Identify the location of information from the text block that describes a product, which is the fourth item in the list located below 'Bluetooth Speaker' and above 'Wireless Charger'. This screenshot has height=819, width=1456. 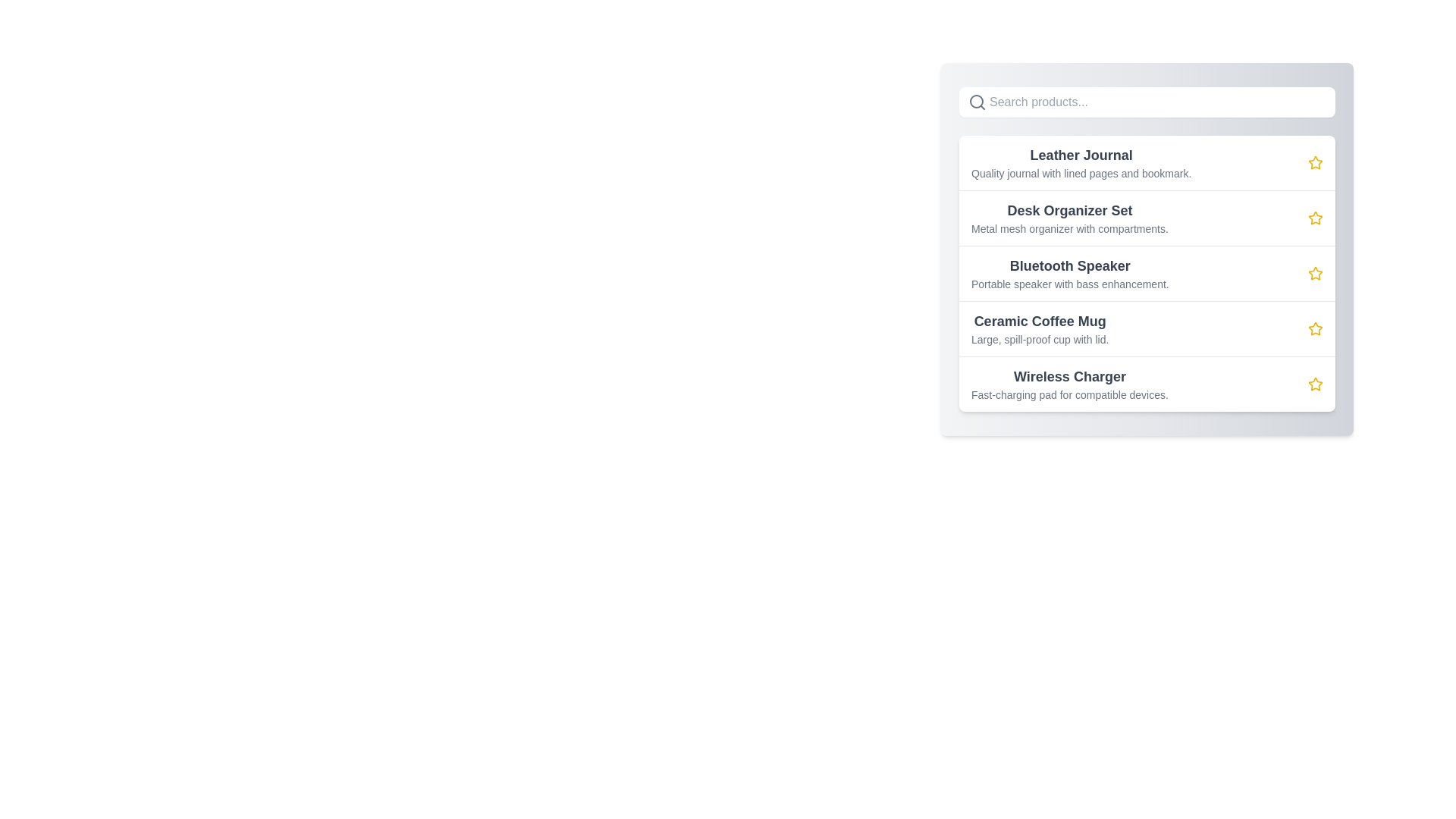
(1039, 328).